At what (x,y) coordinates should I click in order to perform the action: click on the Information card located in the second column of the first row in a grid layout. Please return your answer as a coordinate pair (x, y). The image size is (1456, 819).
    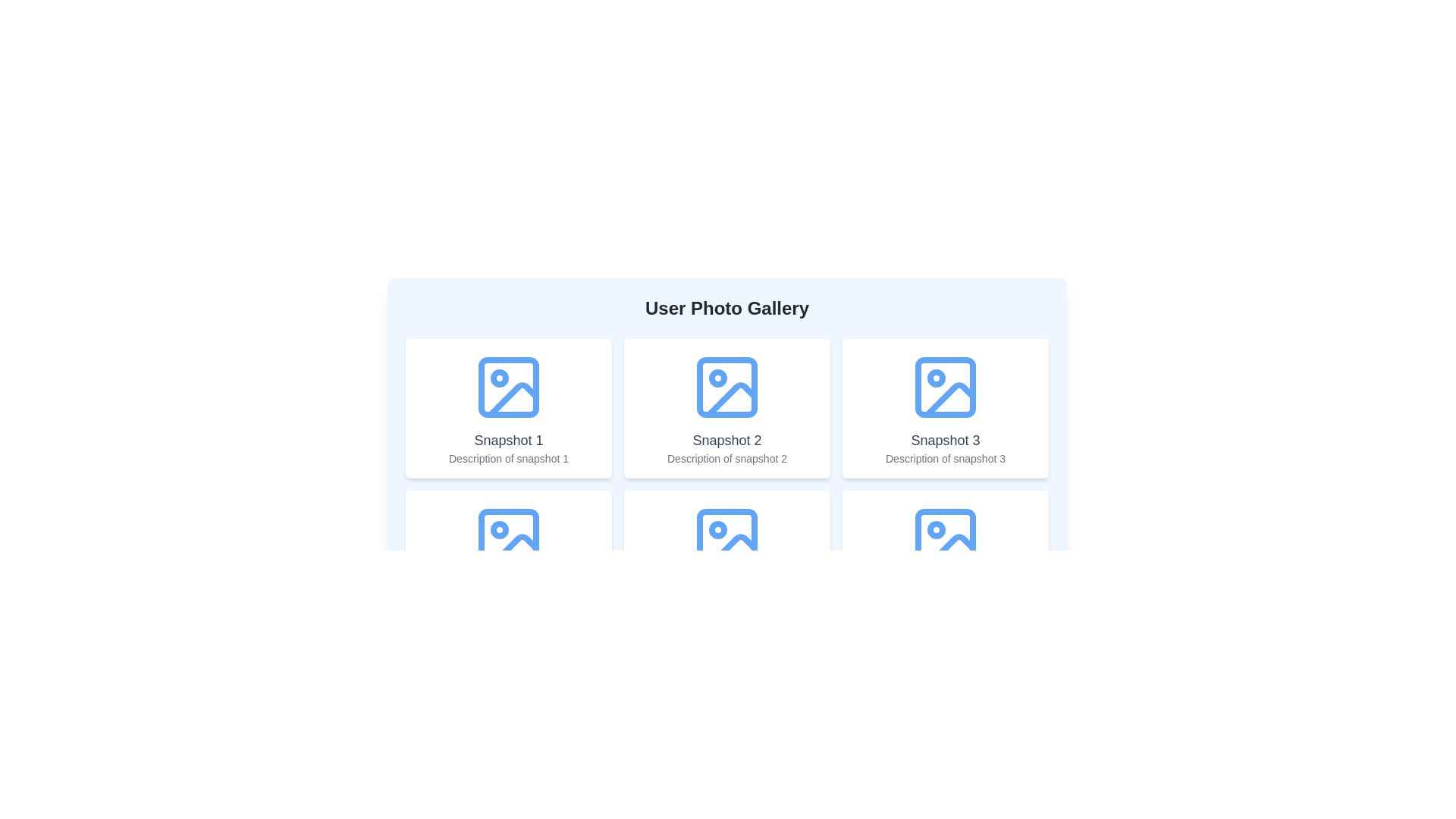
    Looking at the image, I should click on (726, 408).